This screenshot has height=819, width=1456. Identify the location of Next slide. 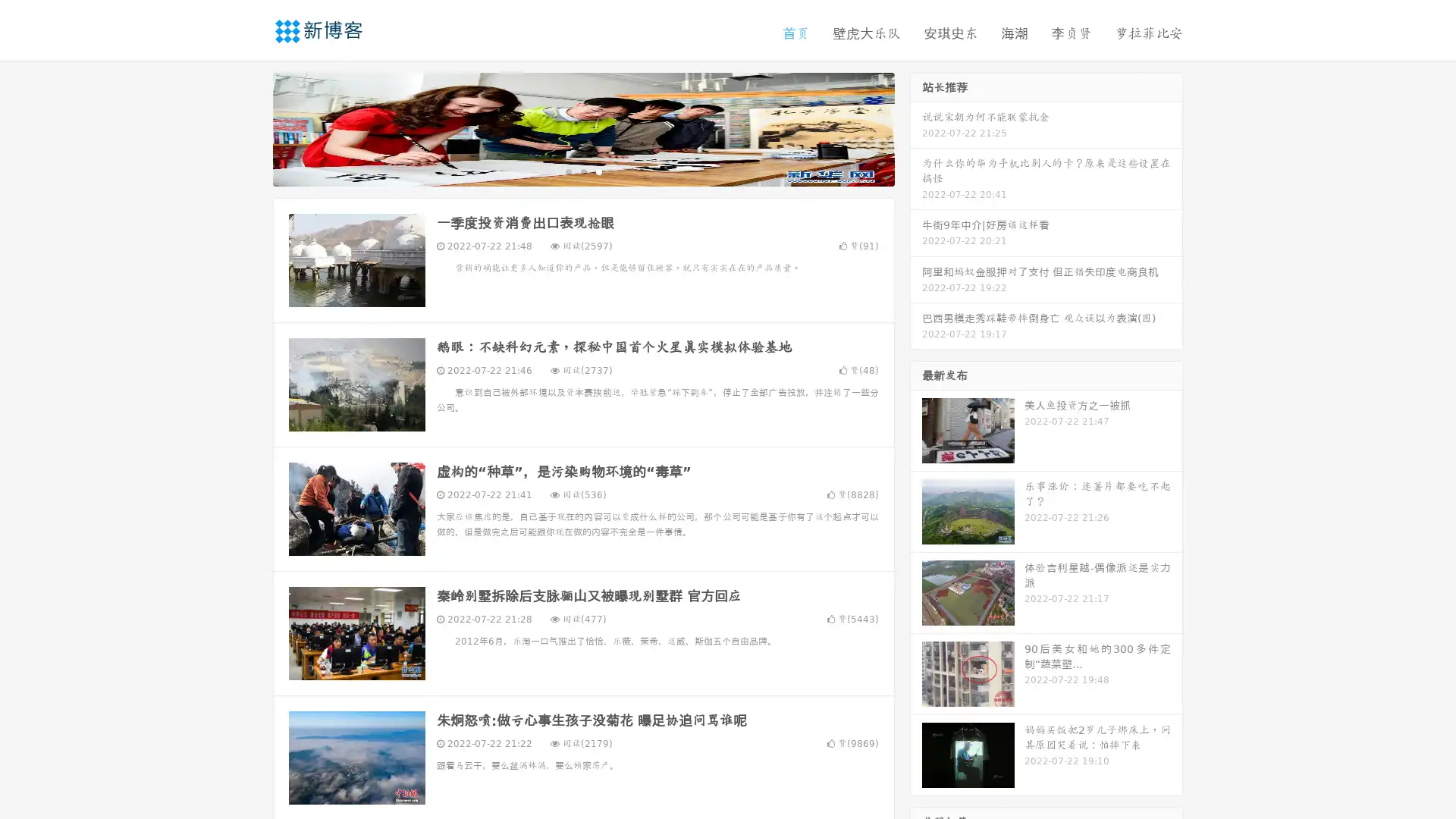
(916, 127).